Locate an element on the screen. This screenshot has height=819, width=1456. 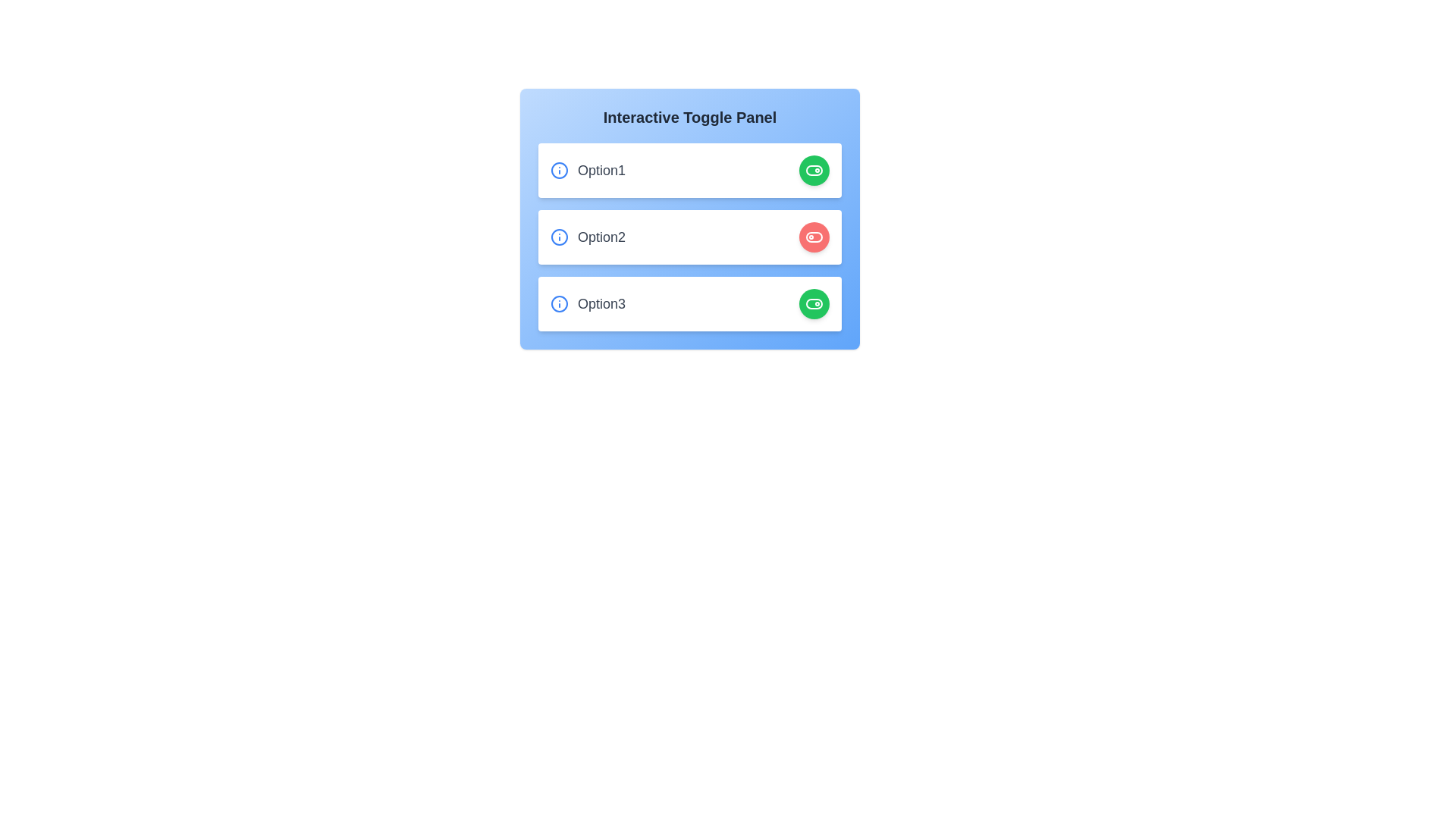
the information icon next to option3 to inspect it is located at coordinates (559, 304).